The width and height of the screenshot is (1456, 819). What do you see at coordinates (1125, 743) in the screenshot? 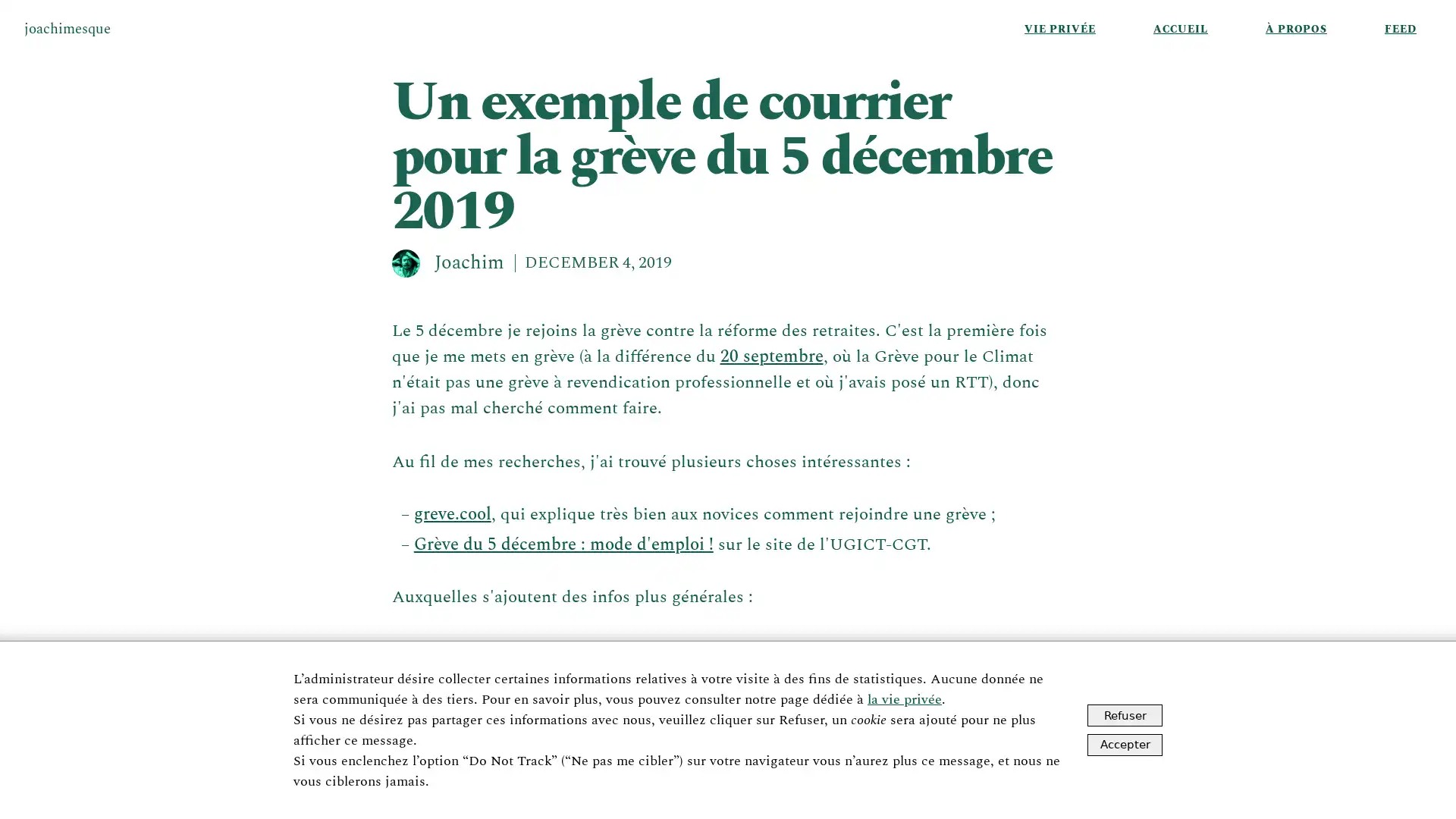
I see `Accepter` at bounding box center [1125, 743].